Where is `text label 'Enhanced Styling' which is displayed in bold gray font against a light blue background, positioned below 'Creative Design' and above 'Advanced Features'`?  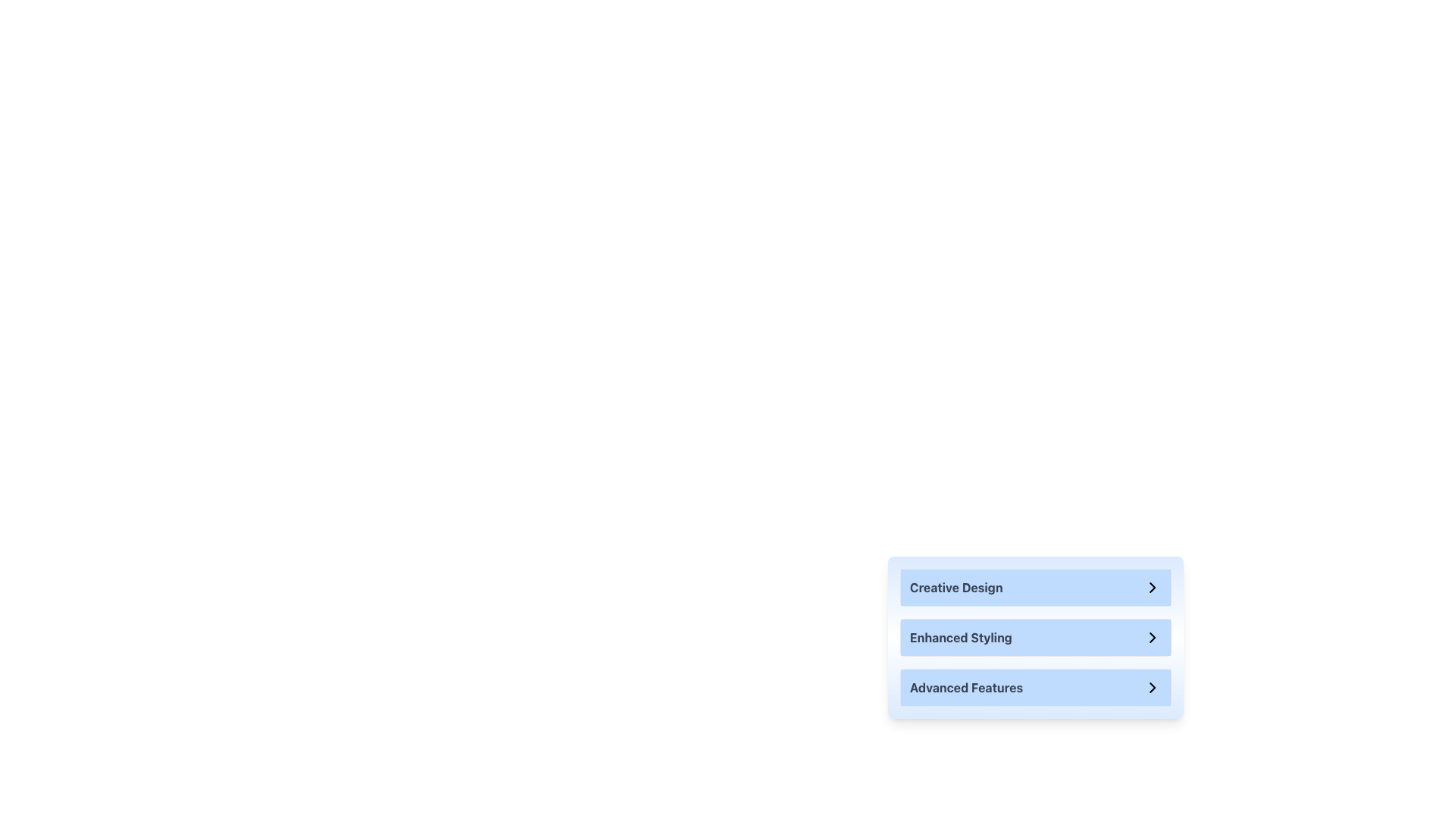
text label 'Enhanced Styling' which is displayed in bold gray font against a light blue background, positioned below 'Creative Design' and above 'Advanced Features' is located at coordinates (960, 637).